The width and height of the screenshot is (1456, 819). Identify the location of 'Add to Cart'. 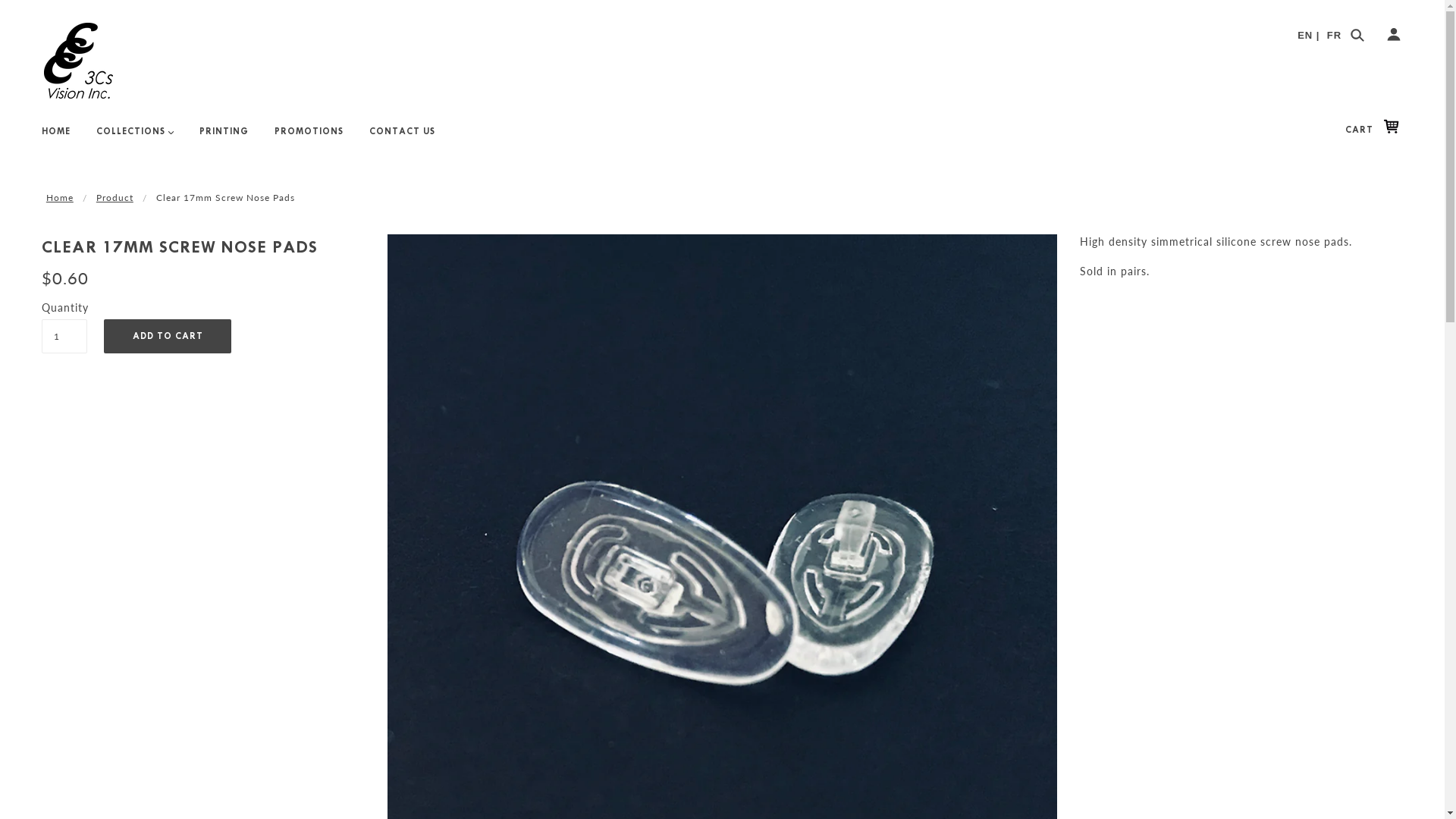
(167, 334).